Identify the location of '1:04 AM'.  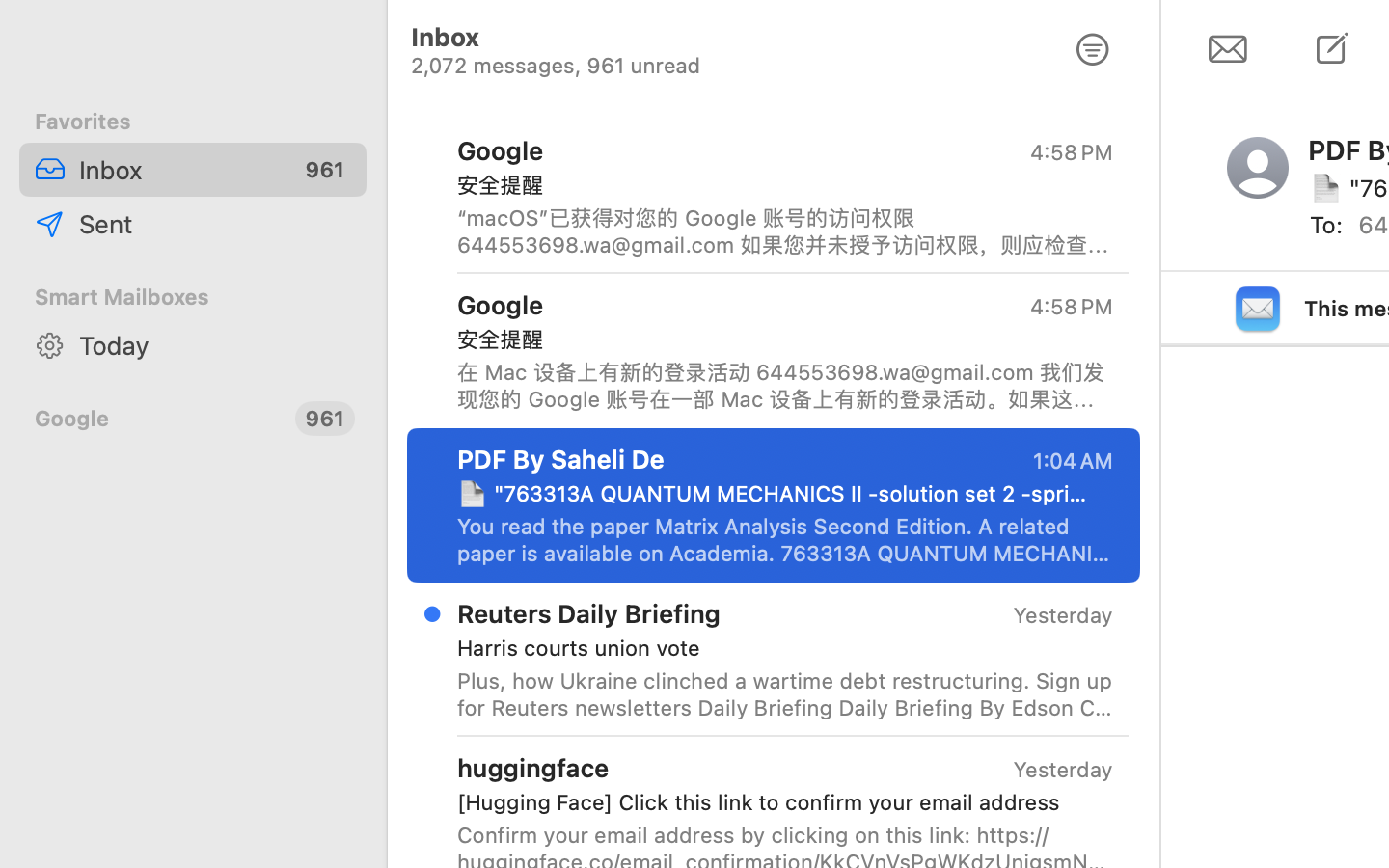
(1070, 459).